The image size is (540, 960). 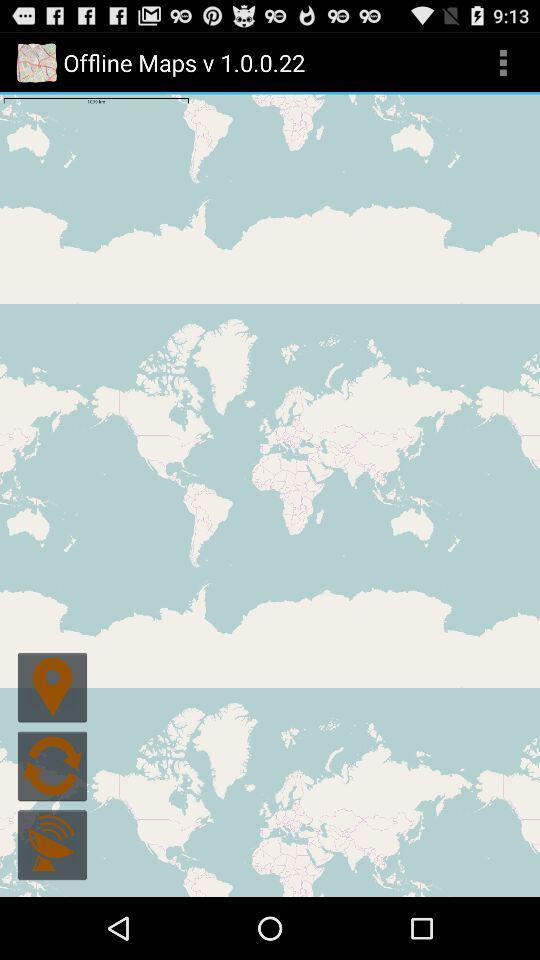 What do you see at coordinates (52, 734) in the screenshot?
I see `the location icon` at bounding box center [52, 734].